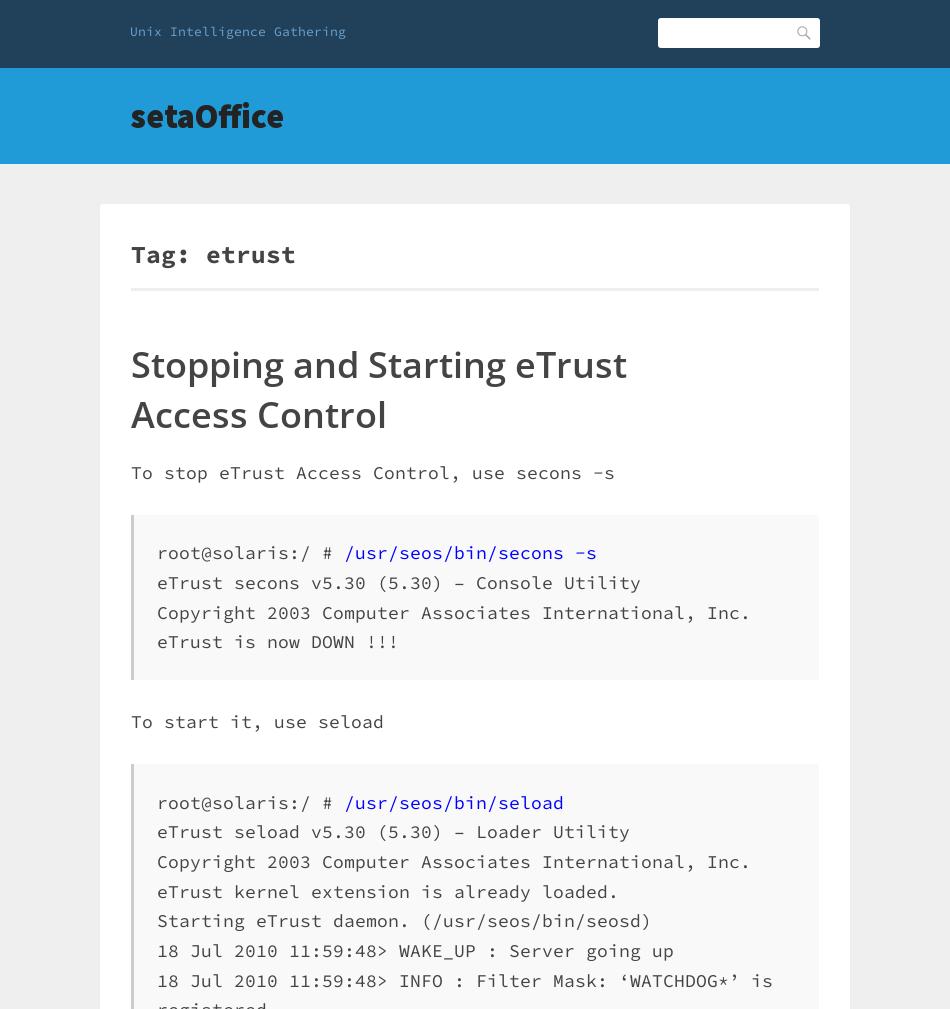  What do you see at coordinates (276, 641) in the screenshot?
I see `'eTrust is now DOWN !!!'` at bounding box center [276, 641].